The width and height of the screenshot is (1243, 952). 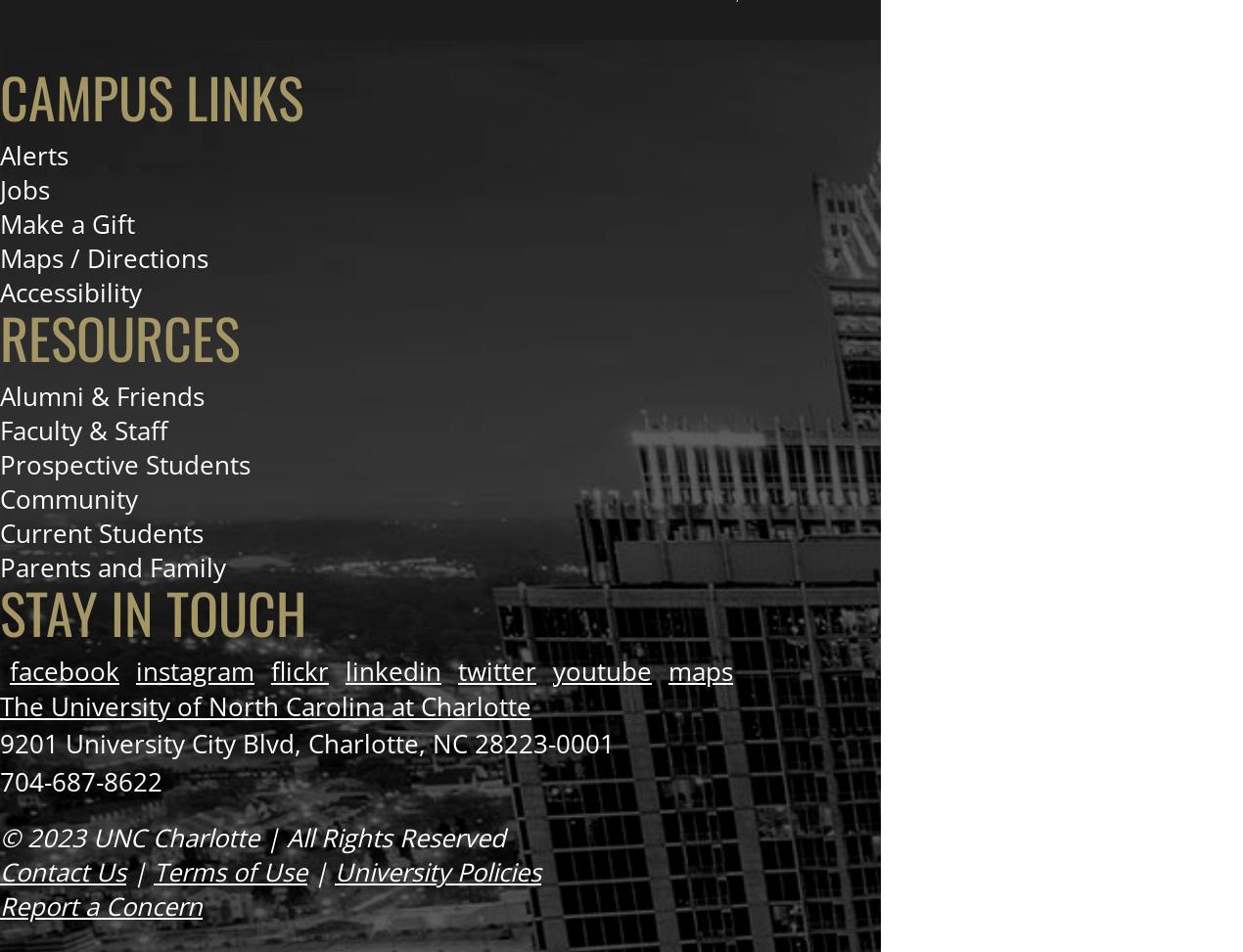 I want to click on 'Faculty & Staff', so click(x=83, y=431).